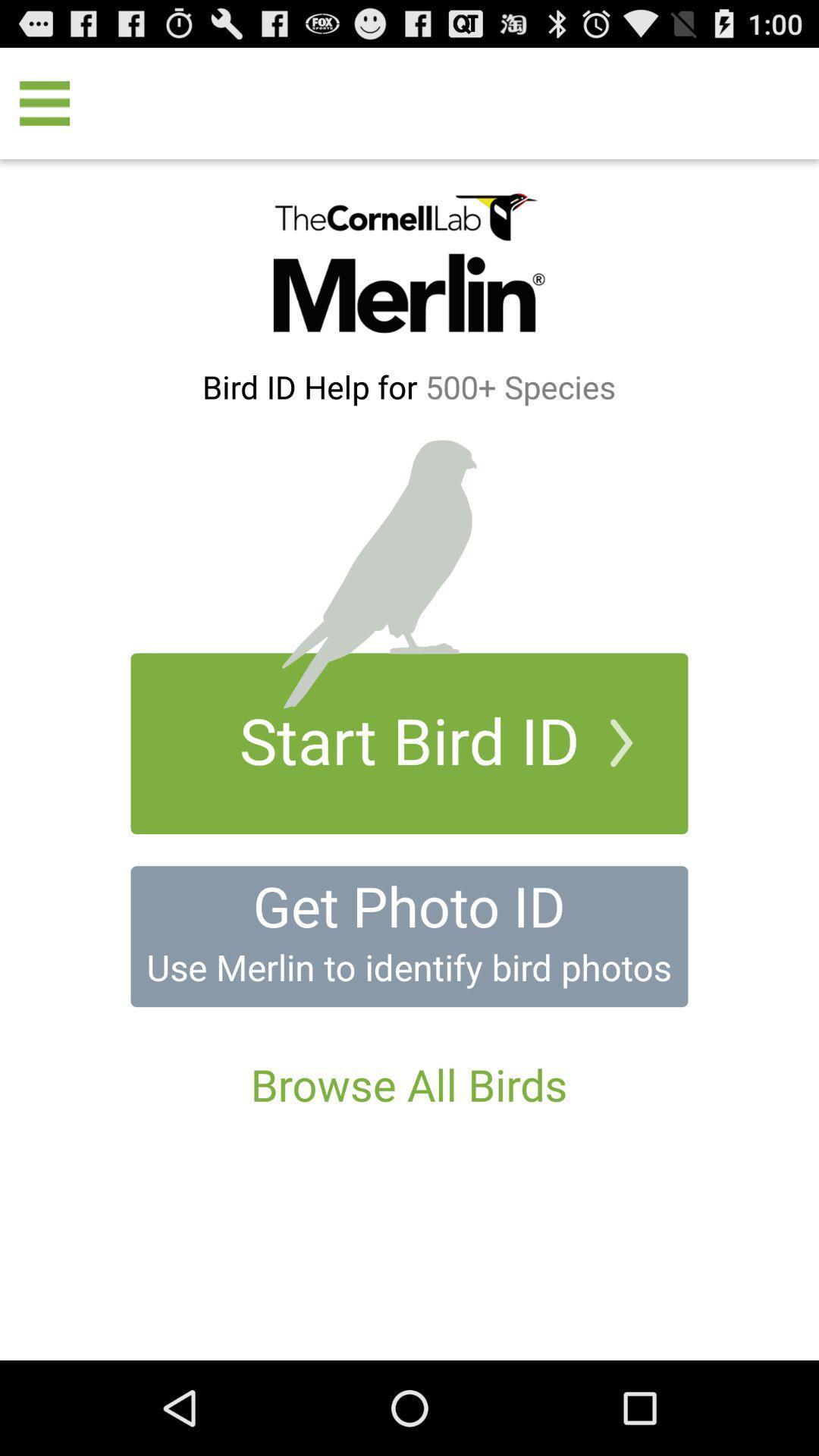 The image size is (819, 1456). Describe the element at coordinates (408, 905) in the screenshot. I see `the get photo id item` at that location.